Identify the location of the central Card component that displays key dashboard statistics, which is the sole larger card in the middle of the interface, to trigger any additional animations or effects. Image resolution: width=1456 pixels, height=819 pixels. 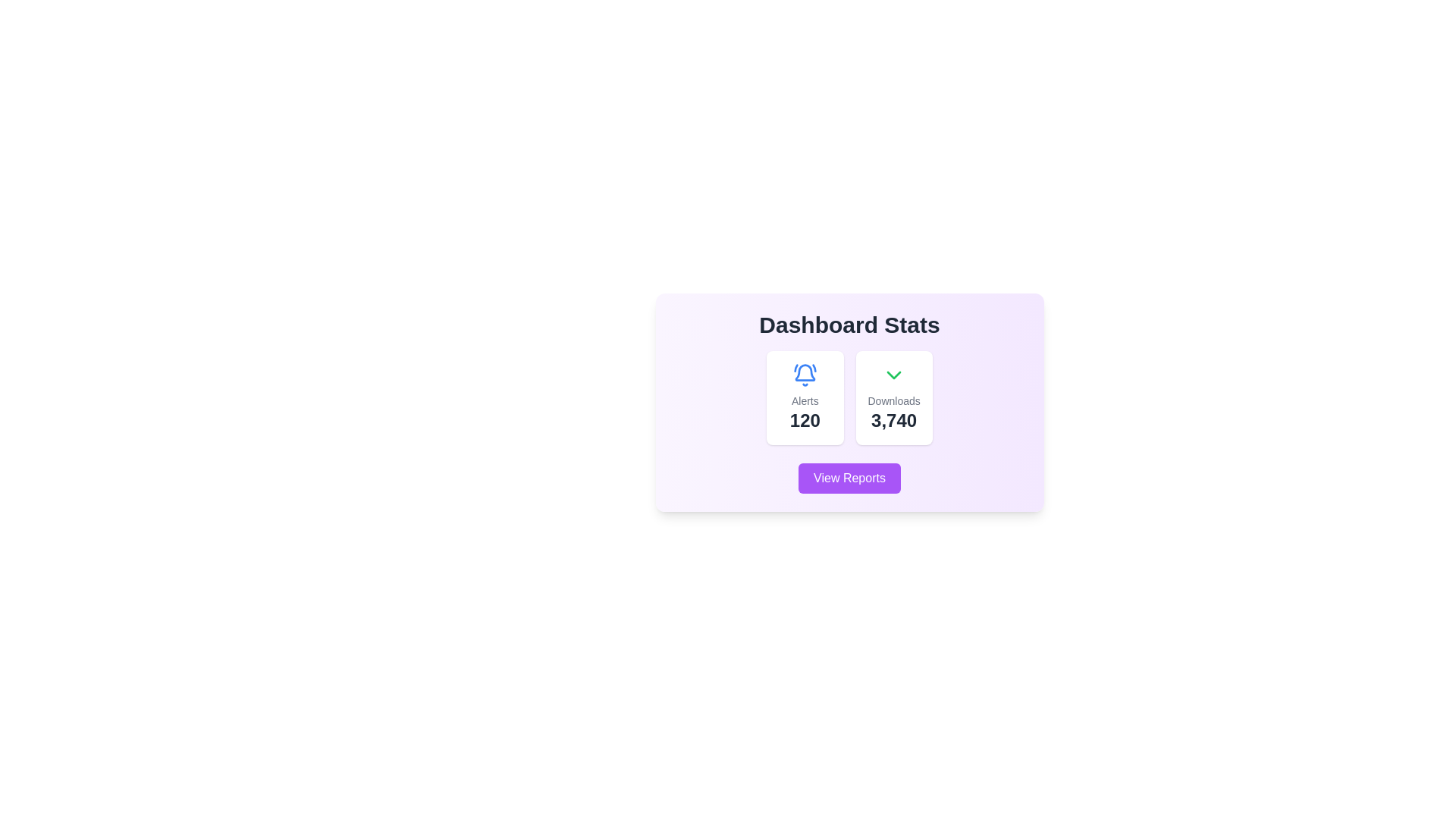
(849, 402).